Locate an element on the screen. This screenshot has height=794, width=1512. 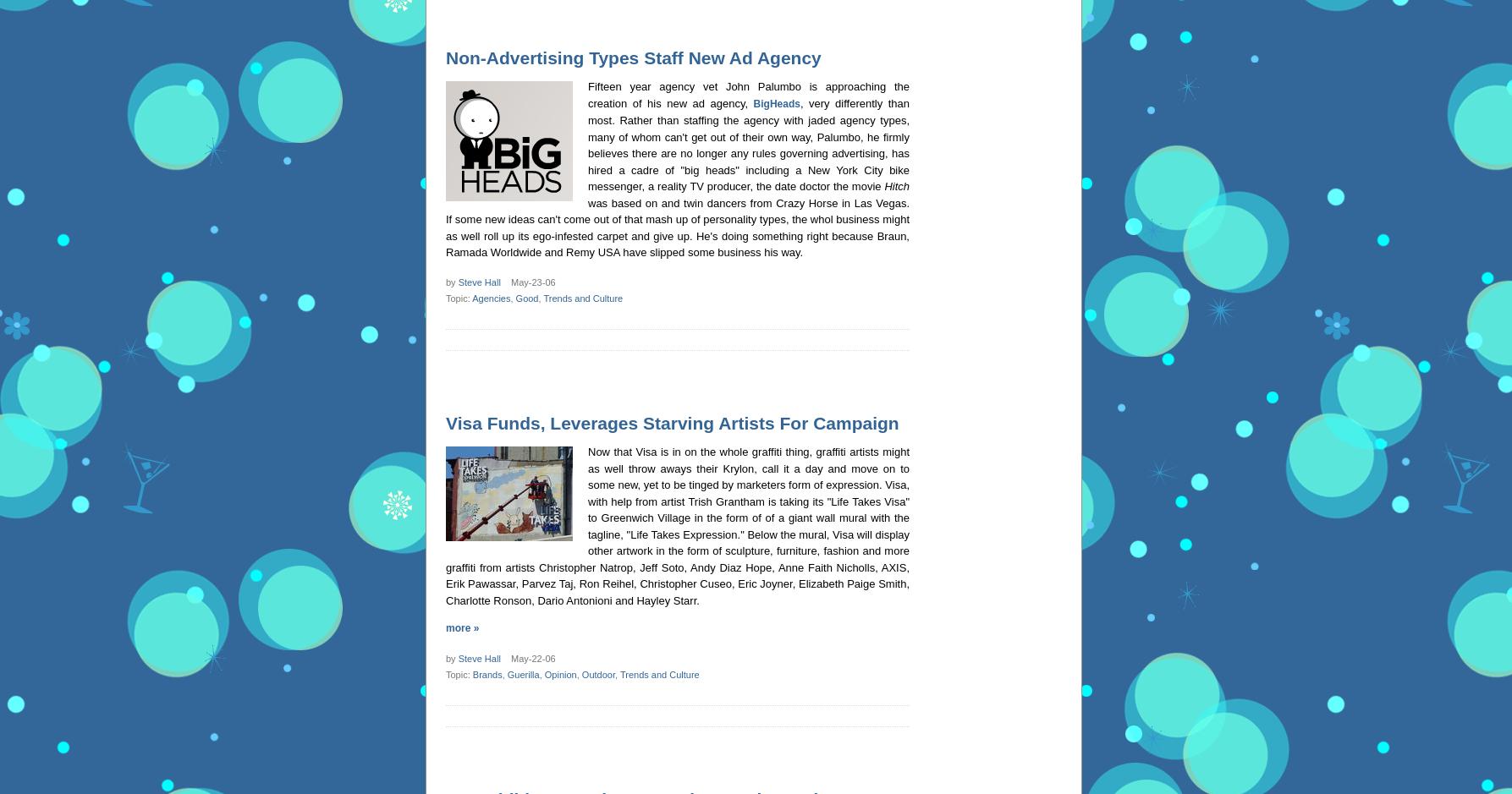
'more »' is located at coordinates (461, 628).